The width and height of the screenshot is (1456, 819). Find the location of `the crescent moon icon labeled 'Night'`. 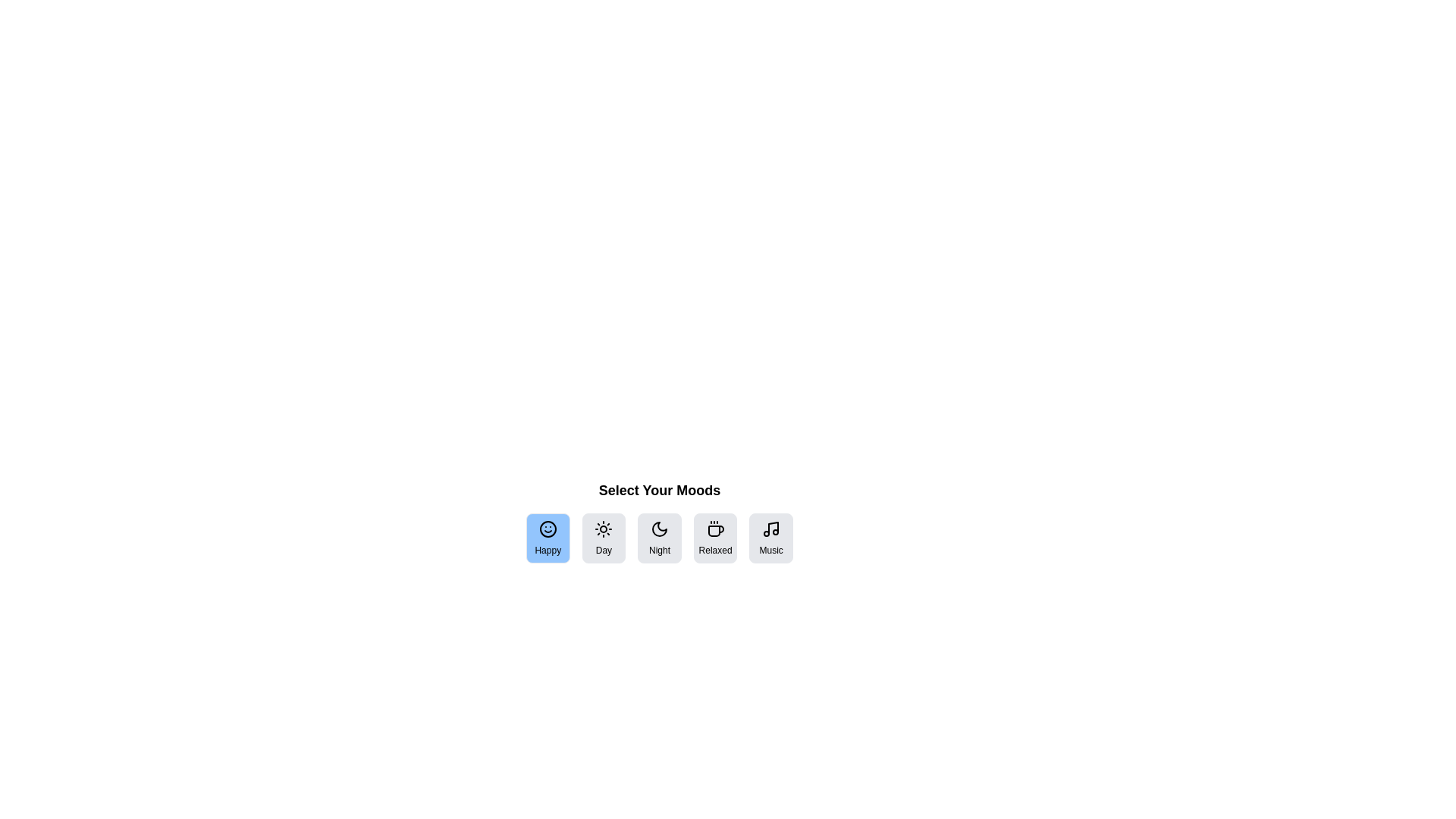

the crescent moon icon labeled 'Night' is located at coordinates (659, 529).